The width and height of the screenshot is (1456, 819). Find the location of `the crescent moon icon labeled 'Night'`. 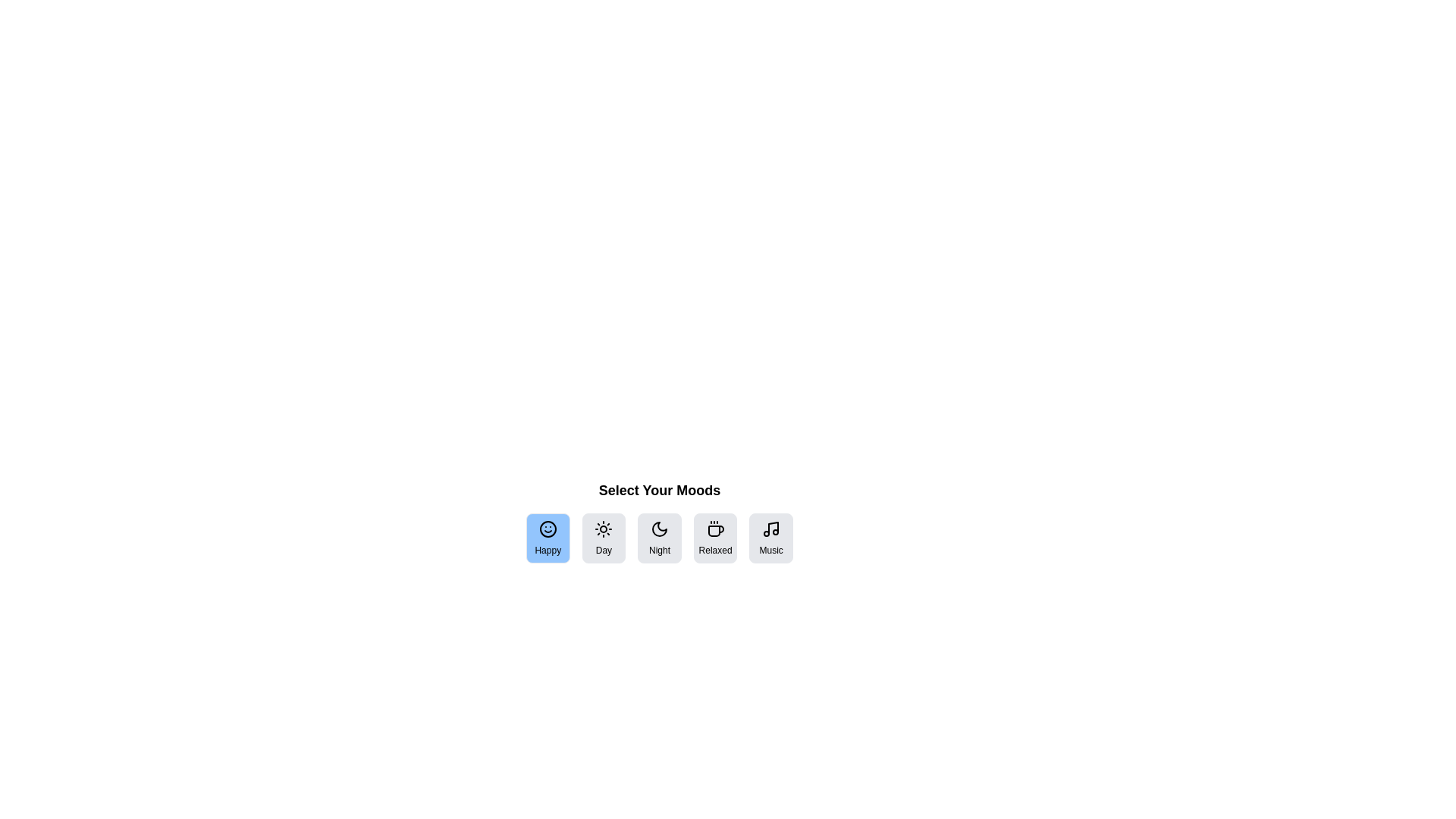

the crescent moon icon labeled 'Night' is located at coordinates (659, 529).